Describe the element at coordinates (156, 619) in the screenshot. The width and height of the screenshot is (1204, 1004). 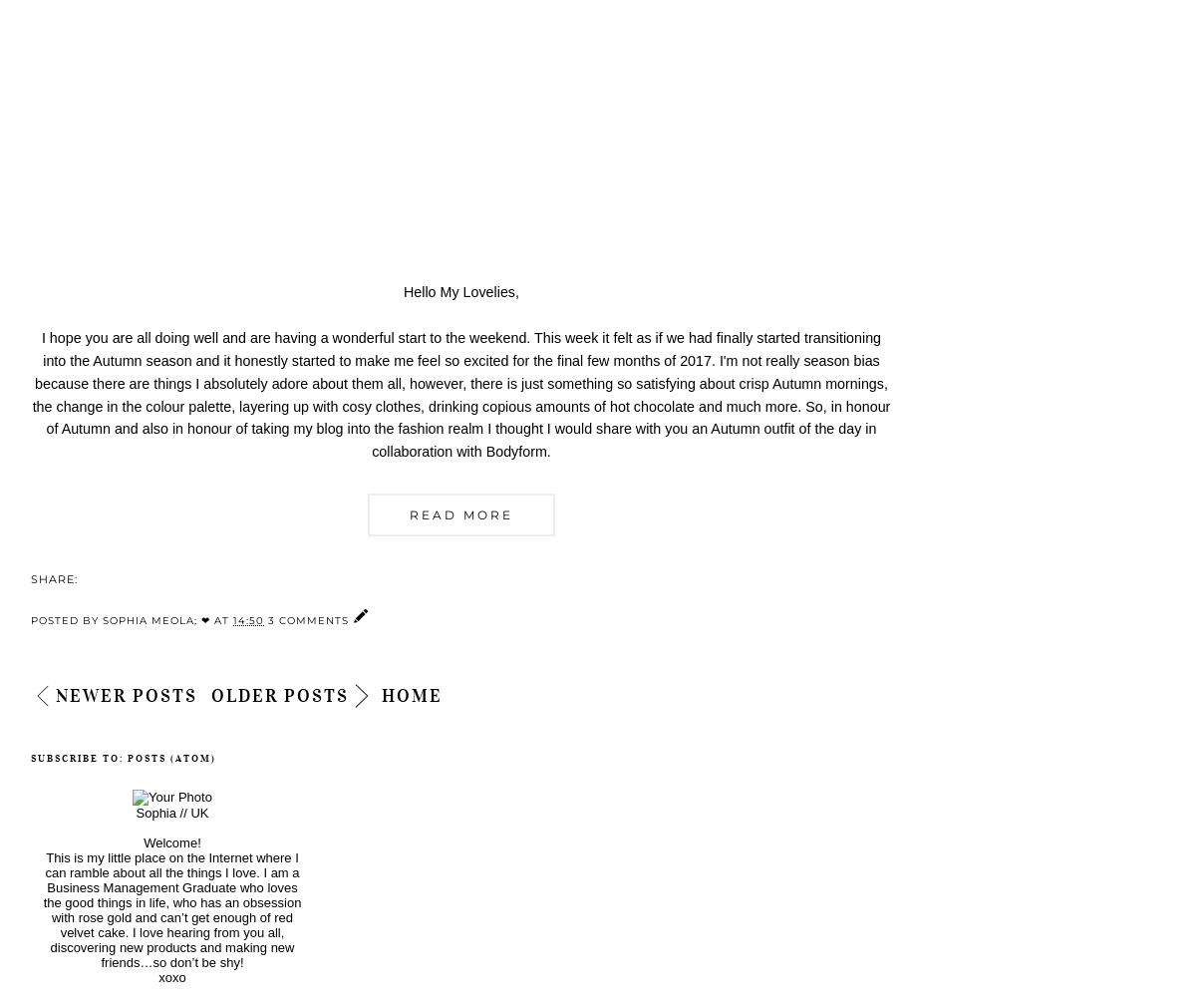
I see `'Sophia Meola; ❤'` at that location.